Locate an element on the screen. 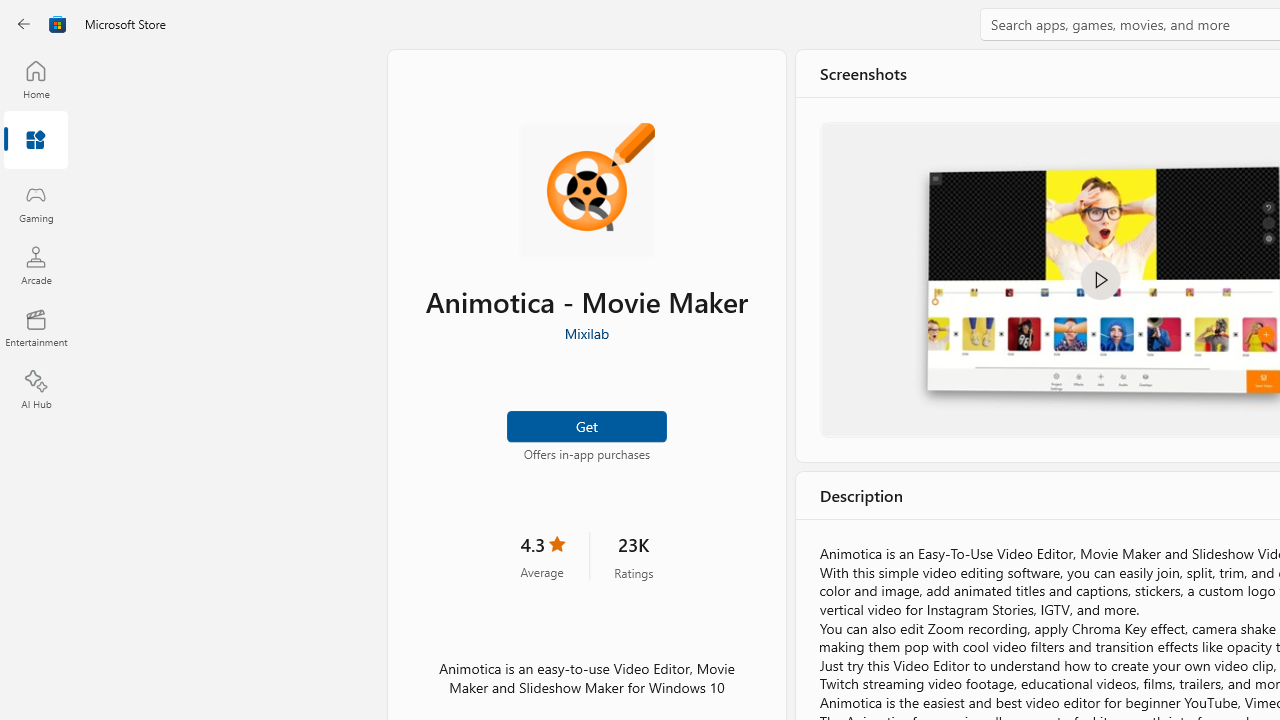 The image size is (1280, 720). 'Home' is located at coordinates (35, 78).